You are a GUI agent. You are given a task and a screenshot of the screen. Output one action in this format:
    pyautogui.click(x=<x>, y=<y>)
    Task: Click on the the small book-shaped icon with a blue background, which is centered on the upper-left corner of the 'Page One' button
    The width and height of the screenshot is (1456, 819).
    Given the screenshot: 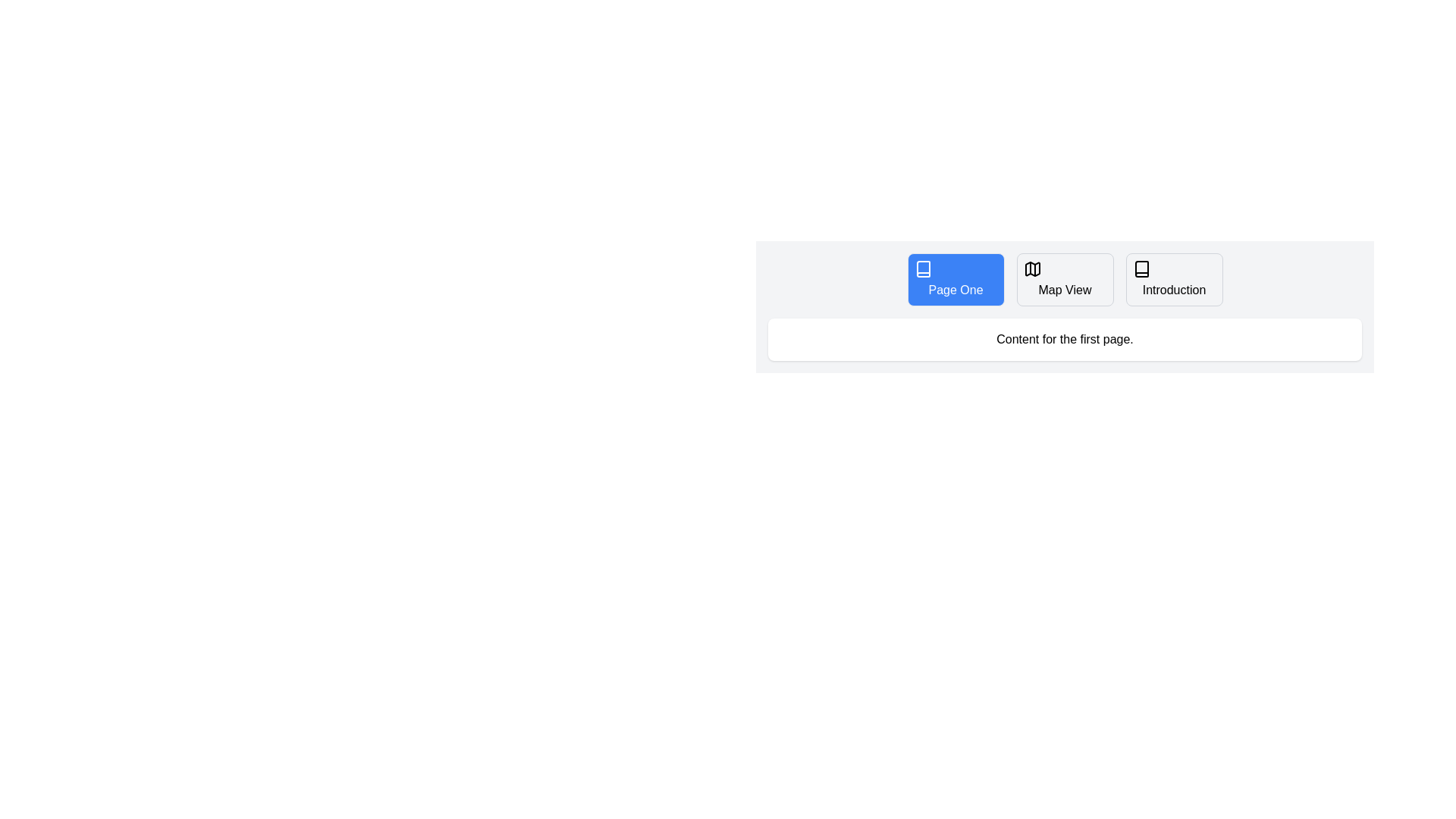 What is the action you would take?
    pyautogui.click(x=922, y=268)
    